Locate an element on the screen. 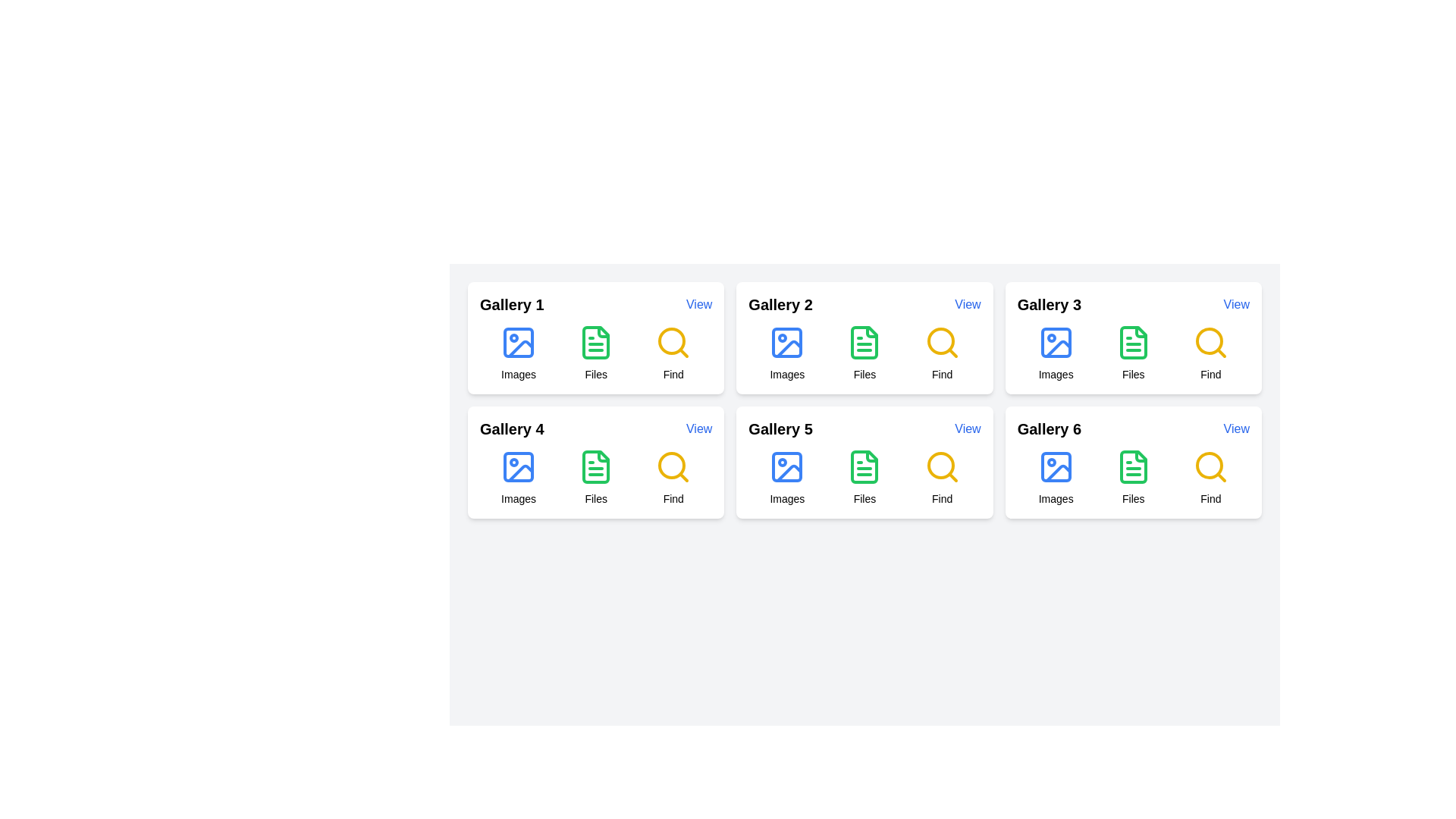 Image resolution: width=1456 pixels, height=819 pixels. the navigation link button located in the top-right corner of the 'Gallery 3' section is located at coordinates (1236, 304).